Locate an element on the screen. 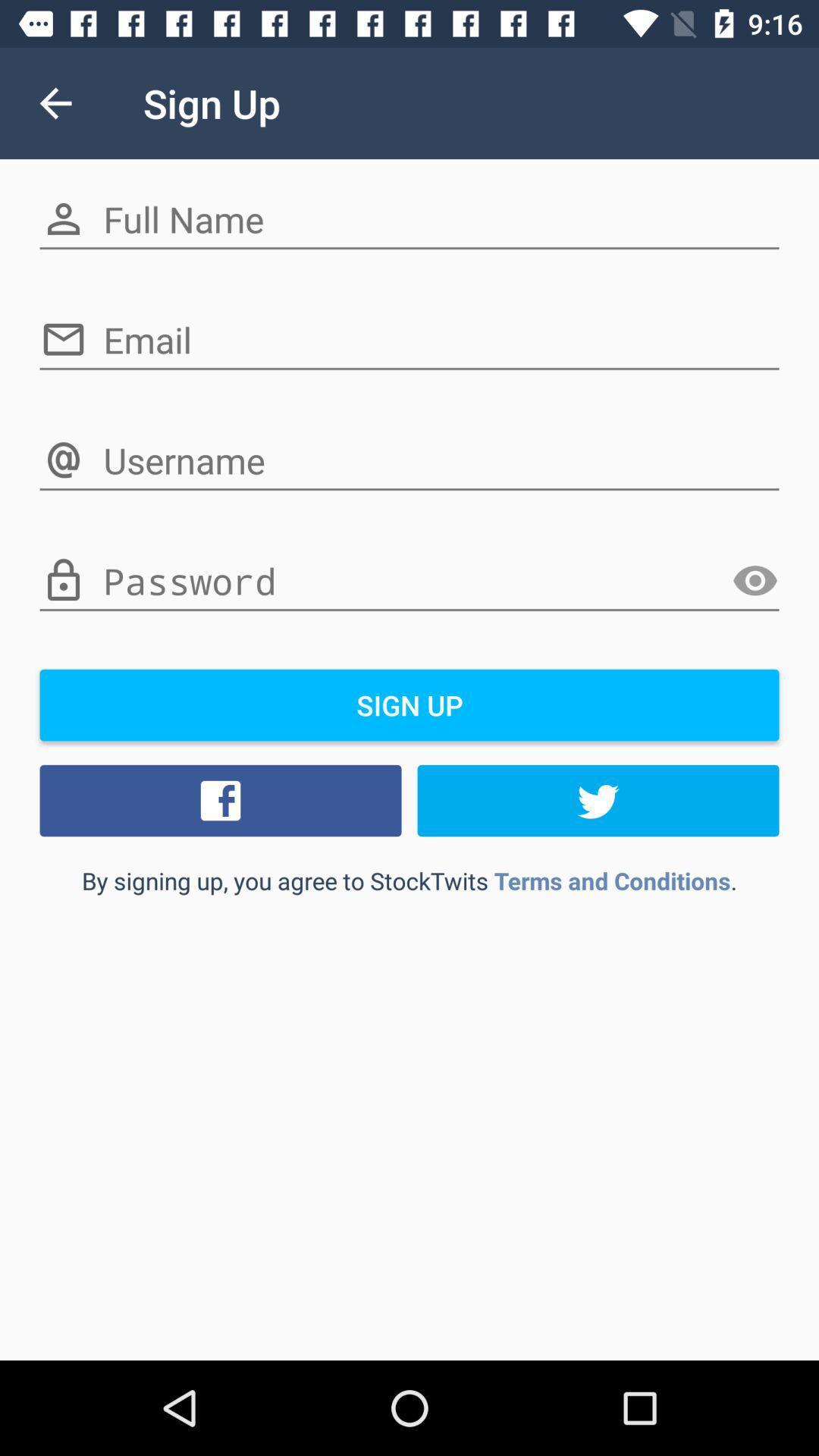 The width and height of the screenshot is (819, 1456). the text which is immediately below password is located at coordinates (409, 704).